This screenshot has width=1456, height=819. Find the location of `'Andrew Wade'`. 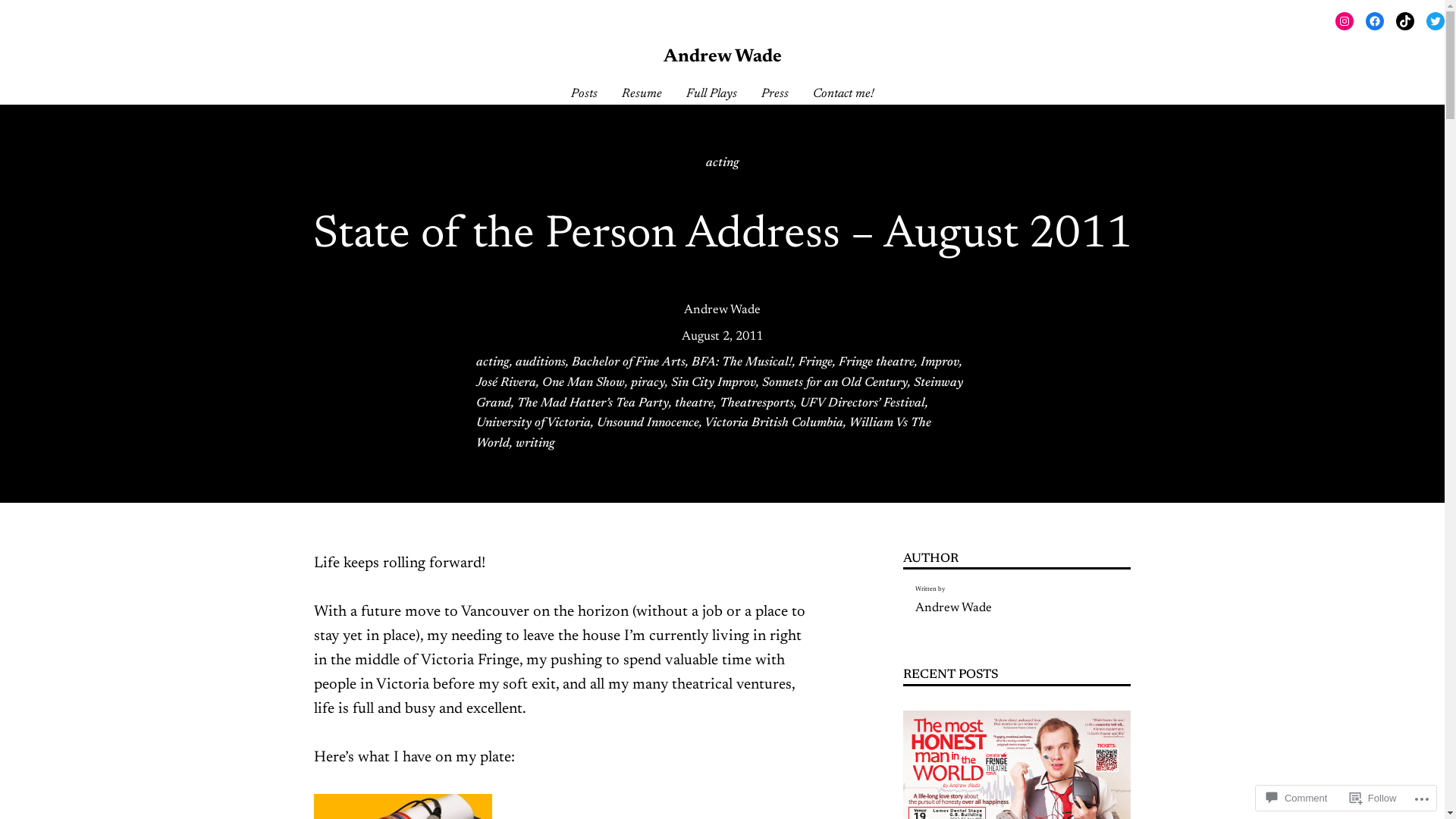

'Andrew Wade' is located at coordinates (952, 607).